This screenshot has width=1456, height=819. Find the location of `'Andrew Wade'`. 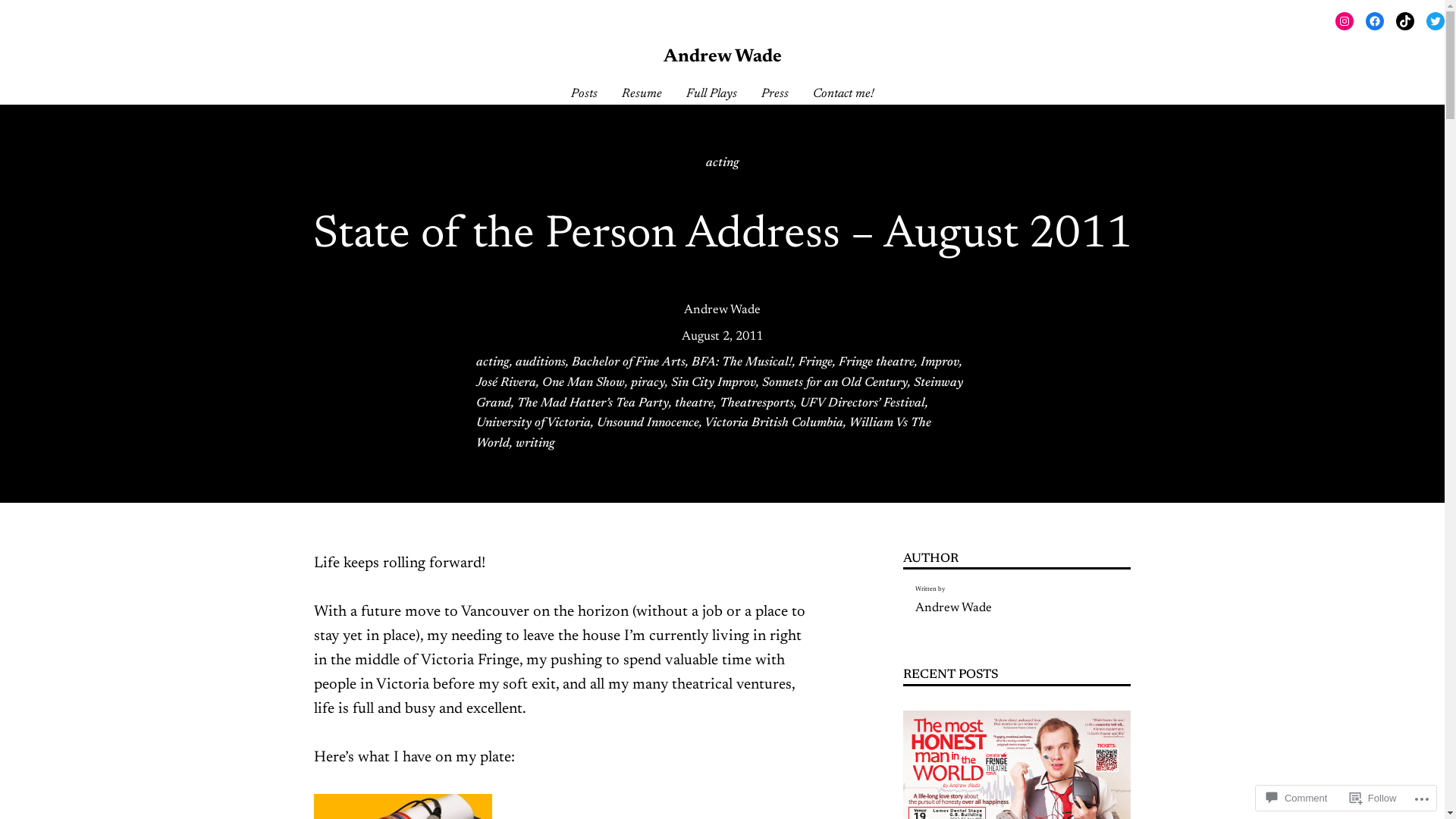

'Andrew Wade' is located at coordinates (952, 607).